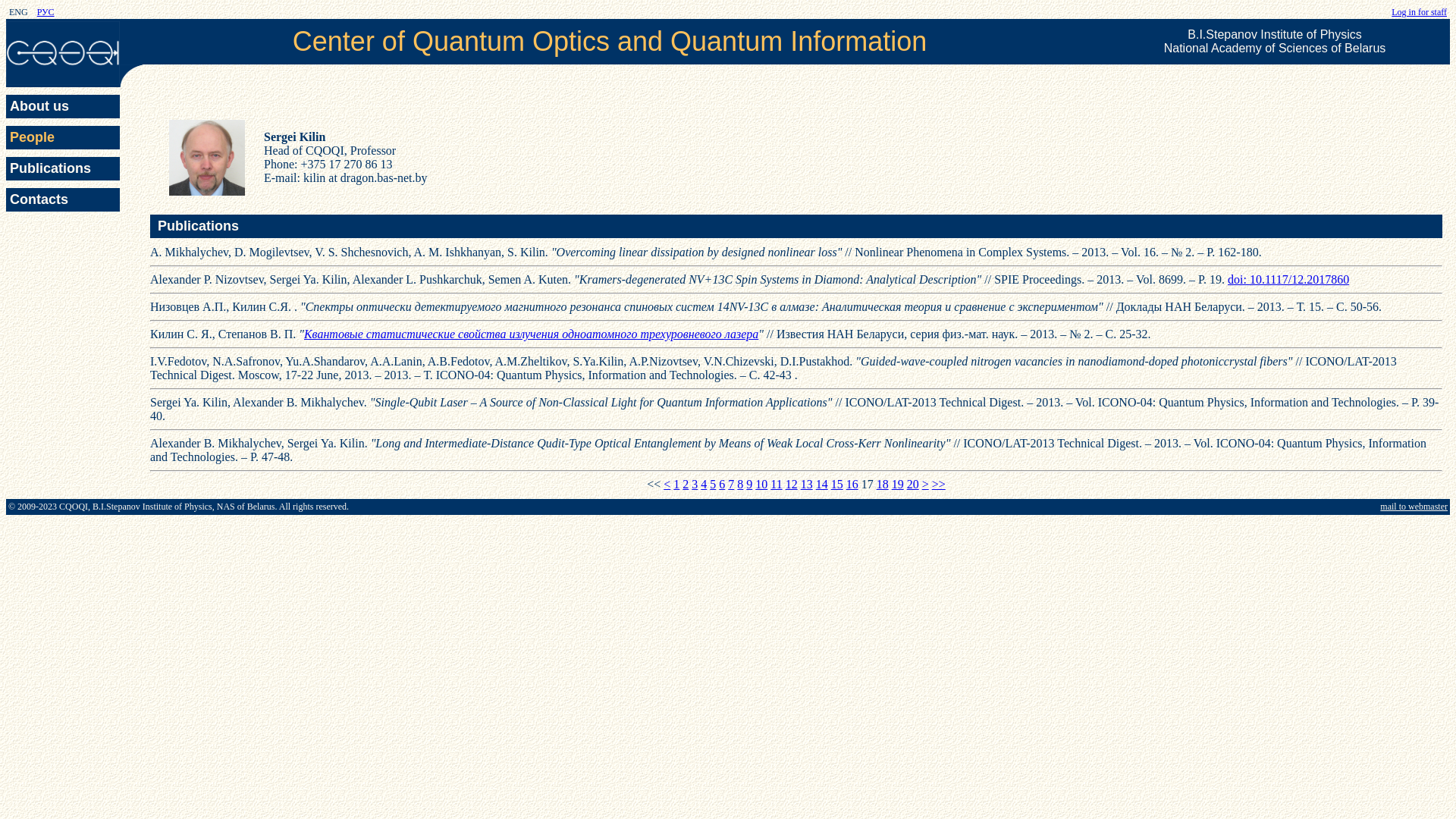  What do you see at coordinates (821, 484) in the screenshot?
I see `'14'` at bounding box center [821, 484].